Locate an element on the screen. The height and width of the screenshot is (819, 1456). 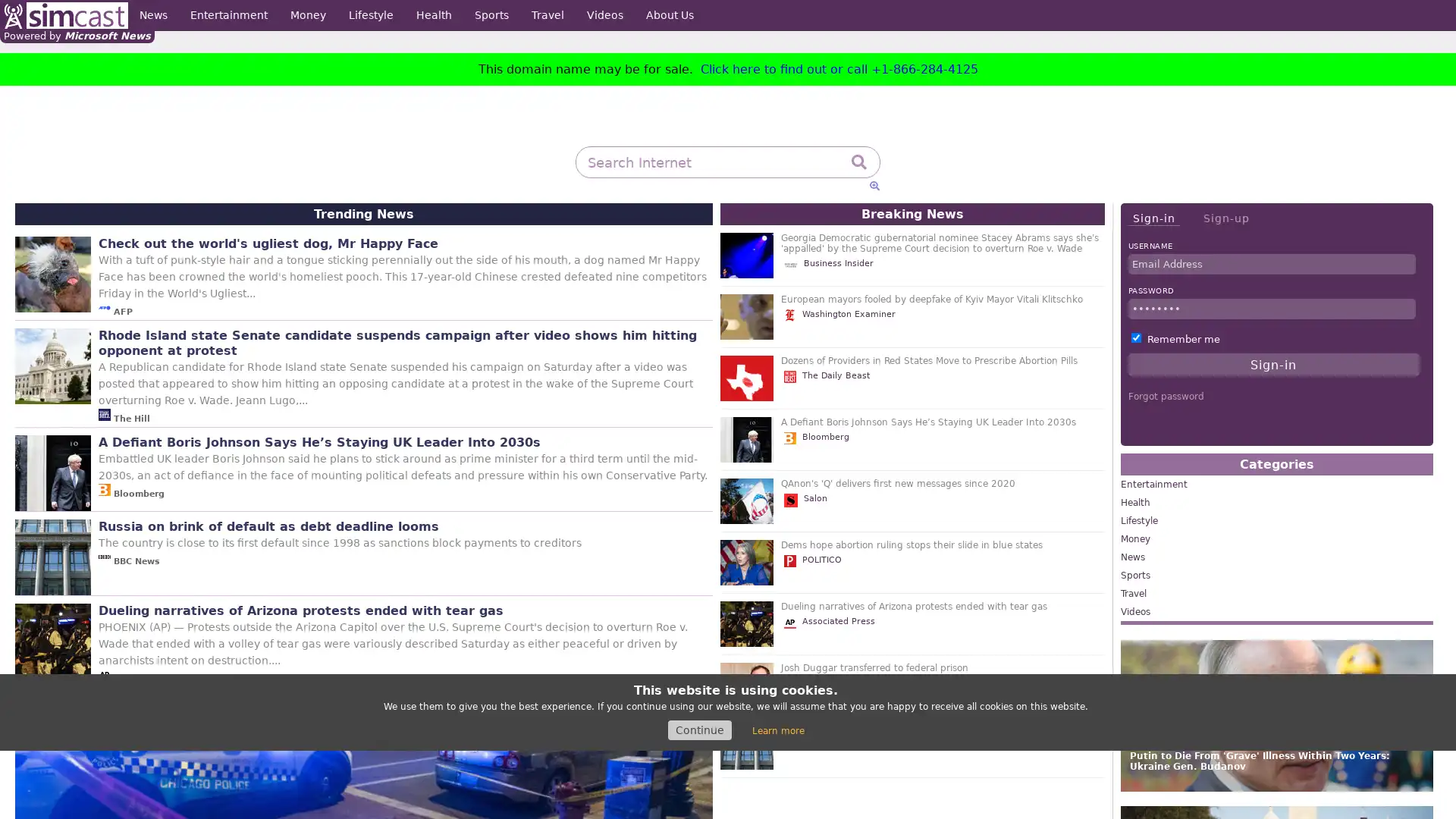
Sign-in is located at coordinates (1153, 218).